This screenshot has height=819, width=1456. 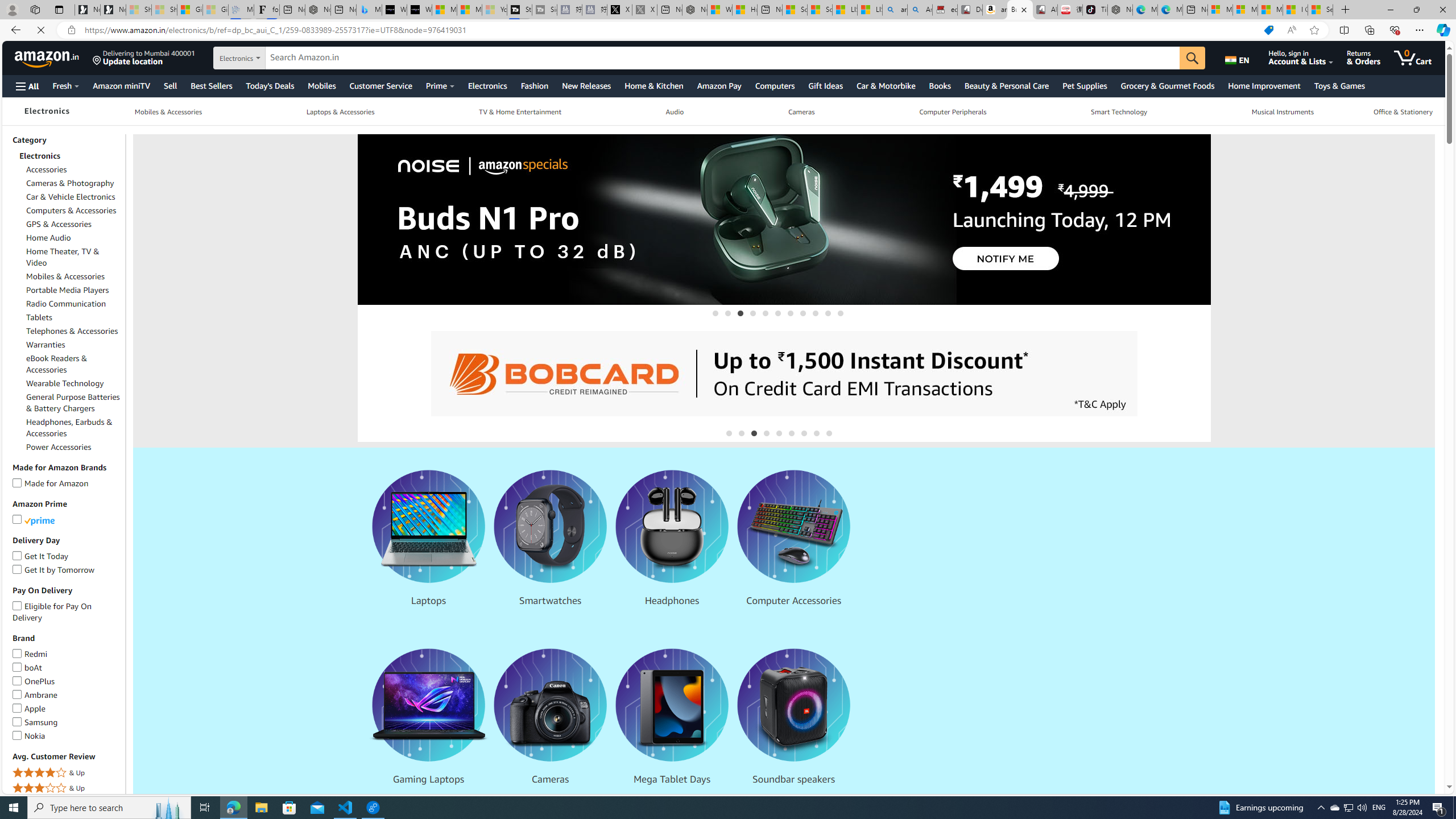 I want to click on 'What', so click(x=419, y=9).